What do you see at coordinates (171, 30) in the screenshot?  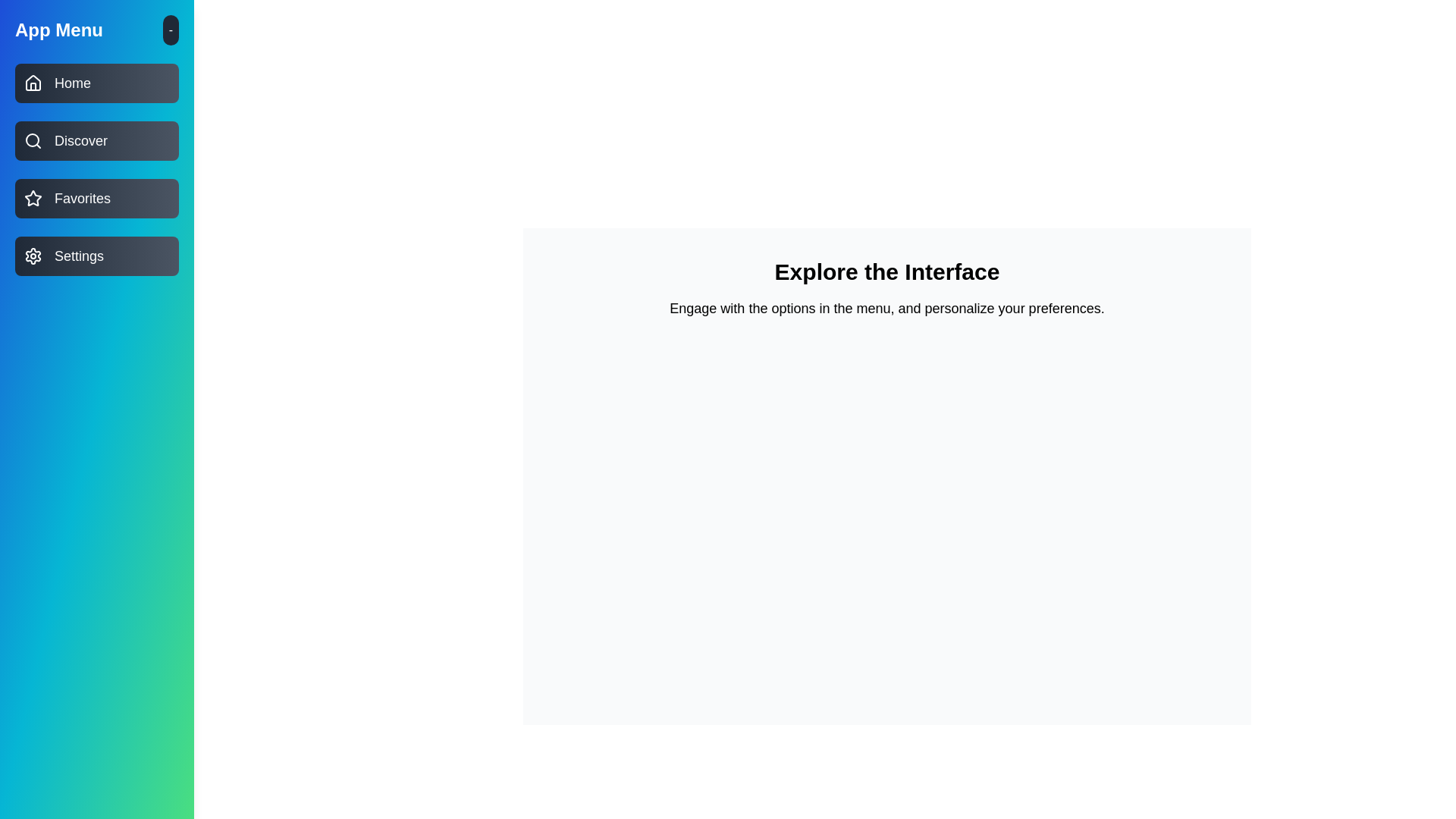 I see `the '-' button to toggle the visibility of the drawer` at bounding box center [171, 30].